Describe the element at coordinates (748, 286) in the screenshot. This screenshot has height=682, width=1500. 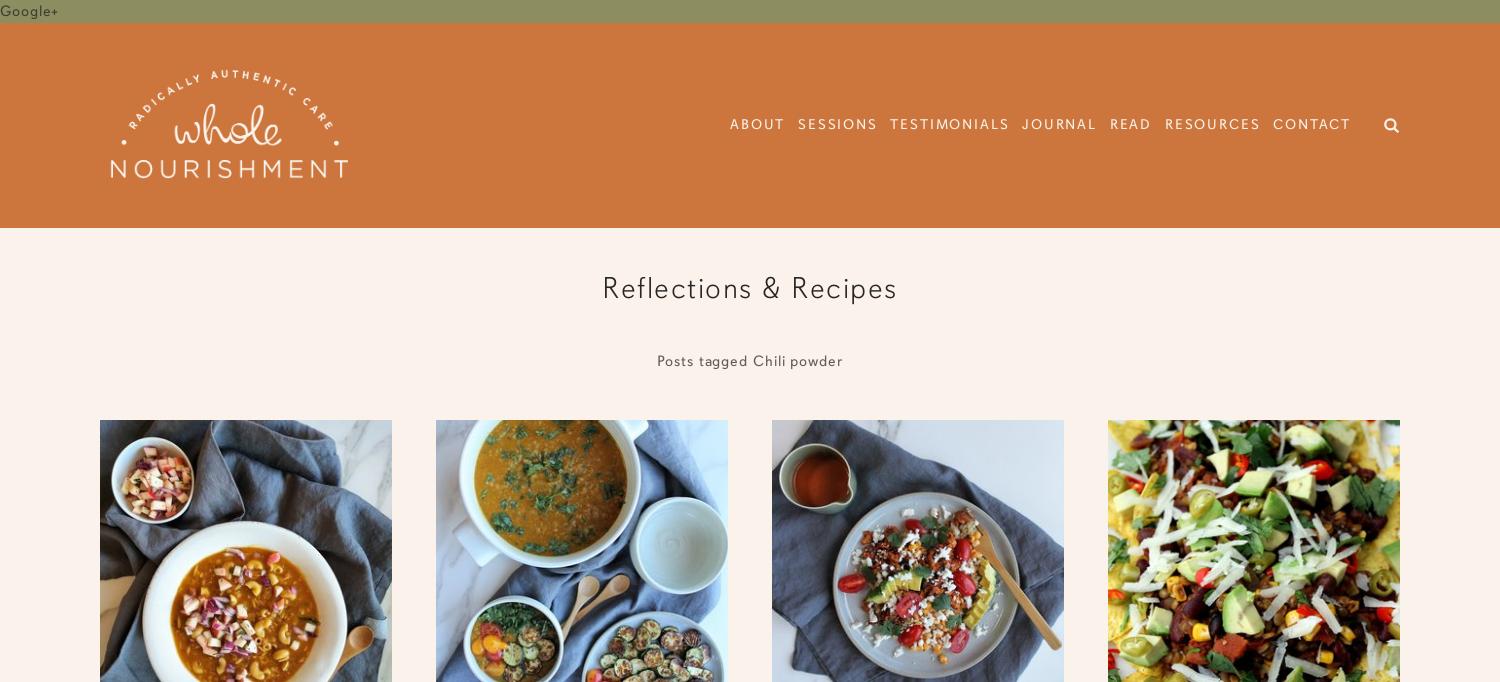
I see `'Reflections & Recipes'` at that location.